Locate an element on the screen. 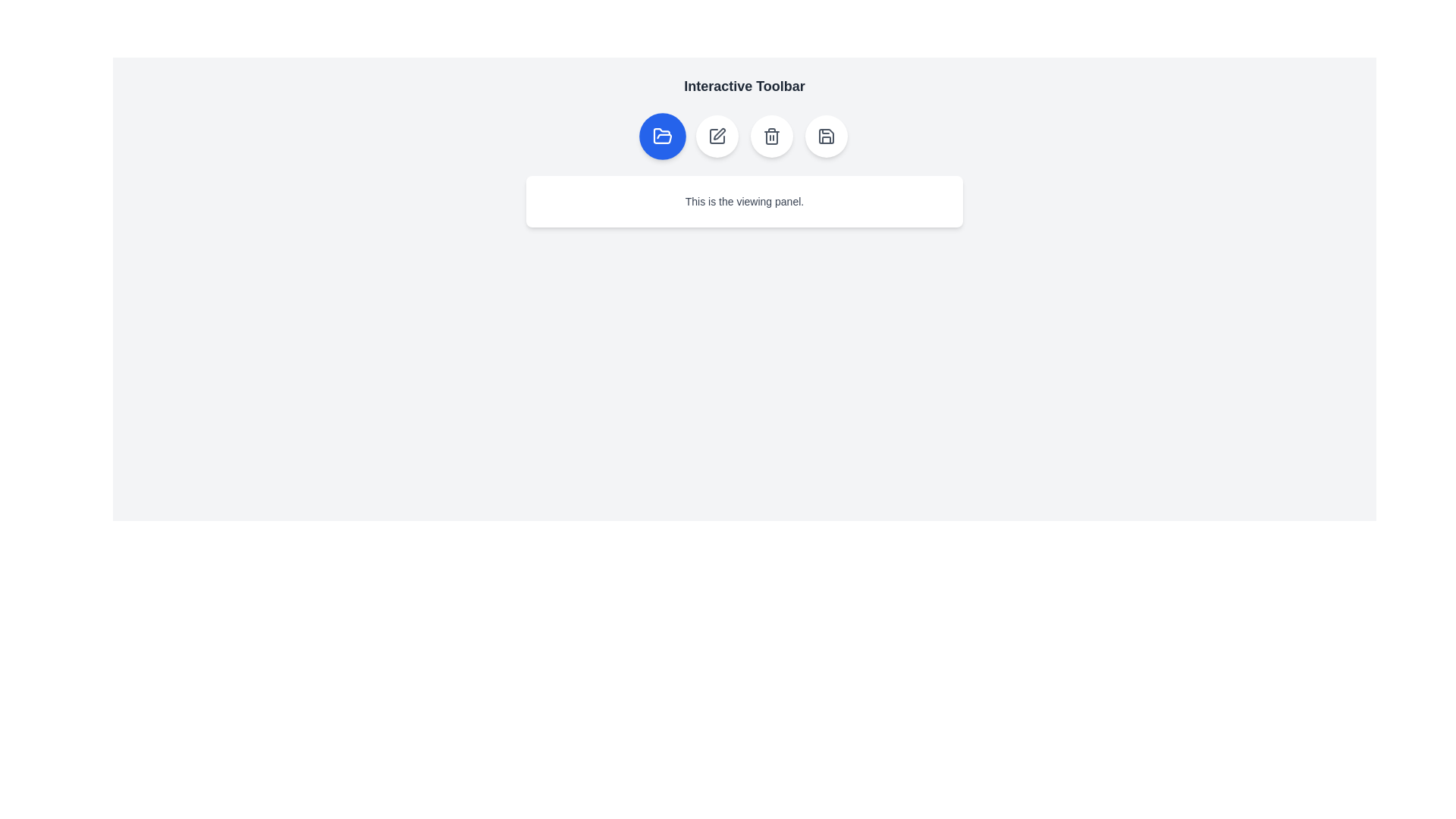  the folder icon, which is a blue folder graphic with a white outline located at the top center of the interface in the toolbar is located at coordinates (662, 135).